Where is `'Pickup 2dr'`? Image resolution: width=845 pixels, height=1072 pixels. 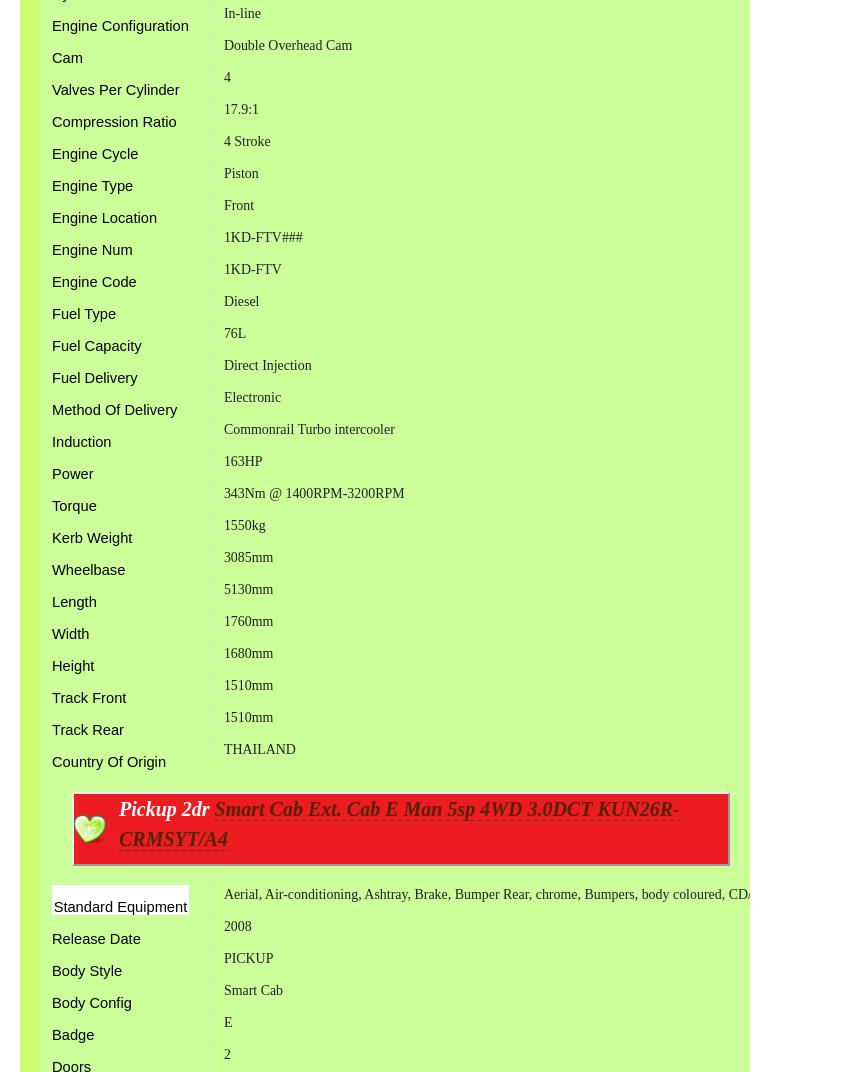
'Pickup 2dr' is located at coordinates (166, 808).